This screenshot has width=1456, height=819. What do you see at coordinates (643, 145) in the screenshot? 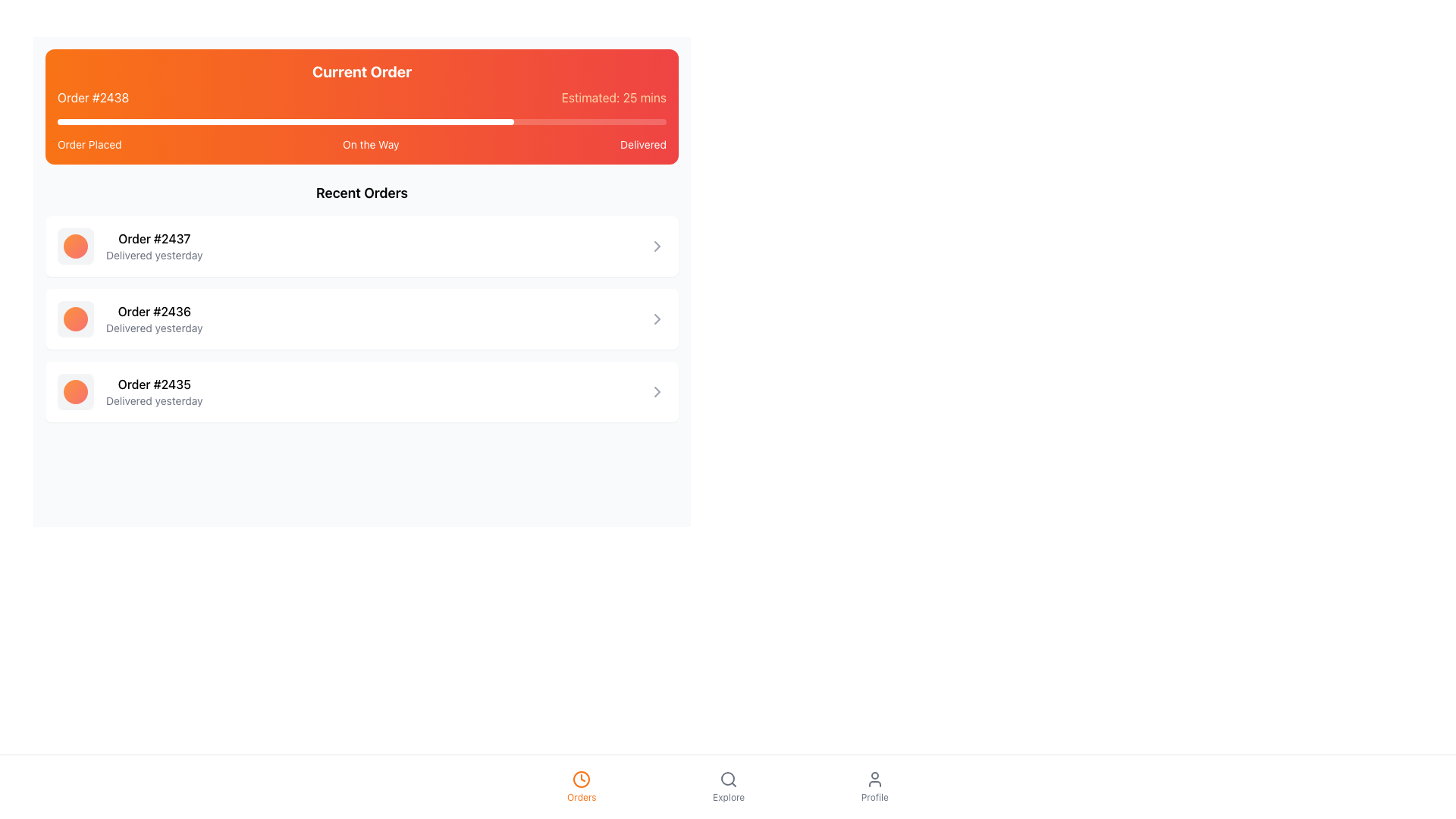
I see `the text label displaying 'Delivered' in white on a red background, indicating the delivery status, which is the third item in the top horizontal layout` at bounding box center [643, 145].